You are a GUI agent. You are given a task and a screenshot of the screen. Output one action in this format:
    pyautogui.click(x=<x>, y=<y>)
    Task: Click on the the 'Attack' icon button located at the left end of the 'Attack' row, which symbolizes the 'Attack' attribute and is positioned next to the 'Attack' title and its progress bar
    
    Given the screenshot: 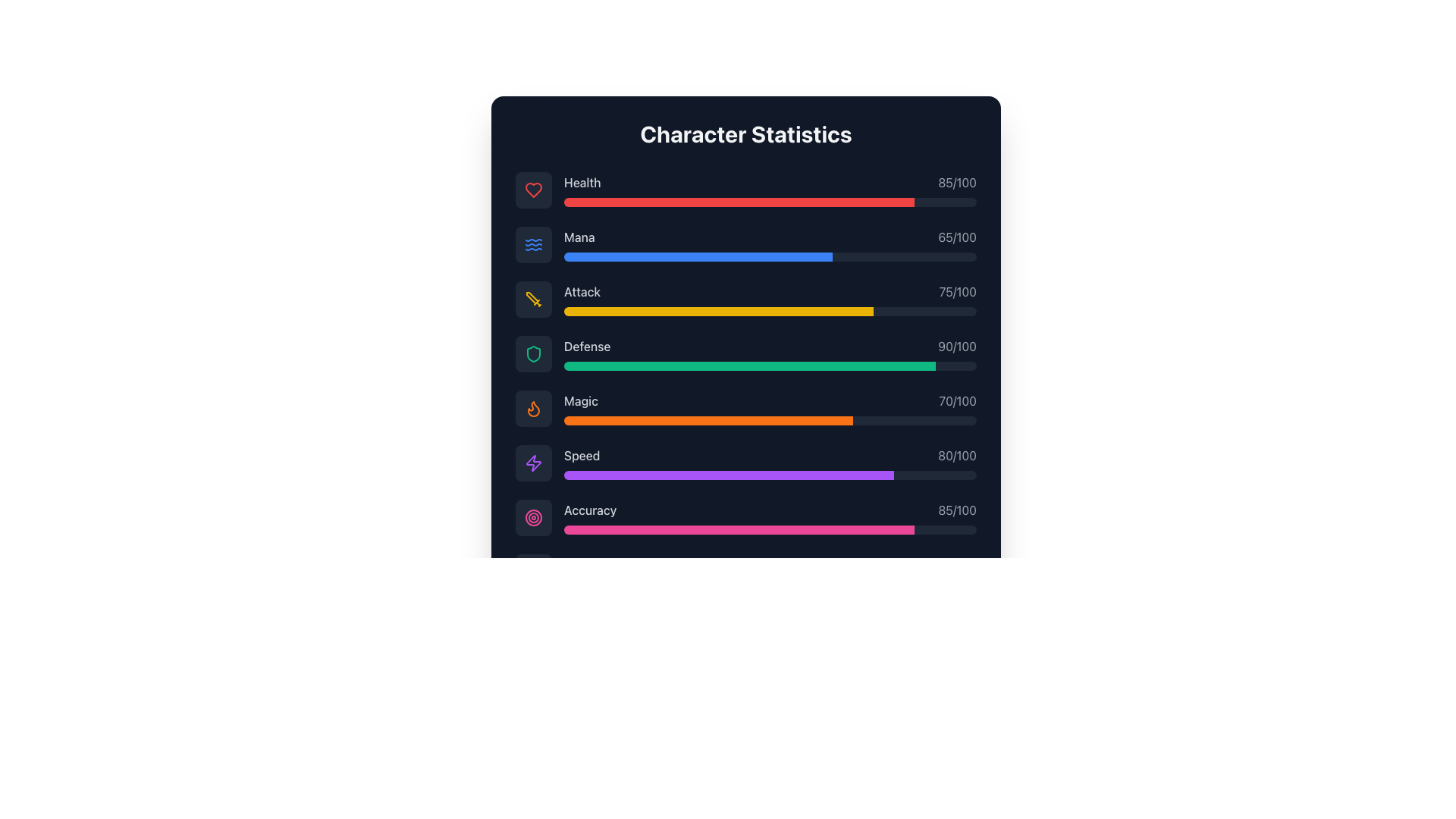 What is the action you would take?
    pyautogui.click(x=534, y=299)
    